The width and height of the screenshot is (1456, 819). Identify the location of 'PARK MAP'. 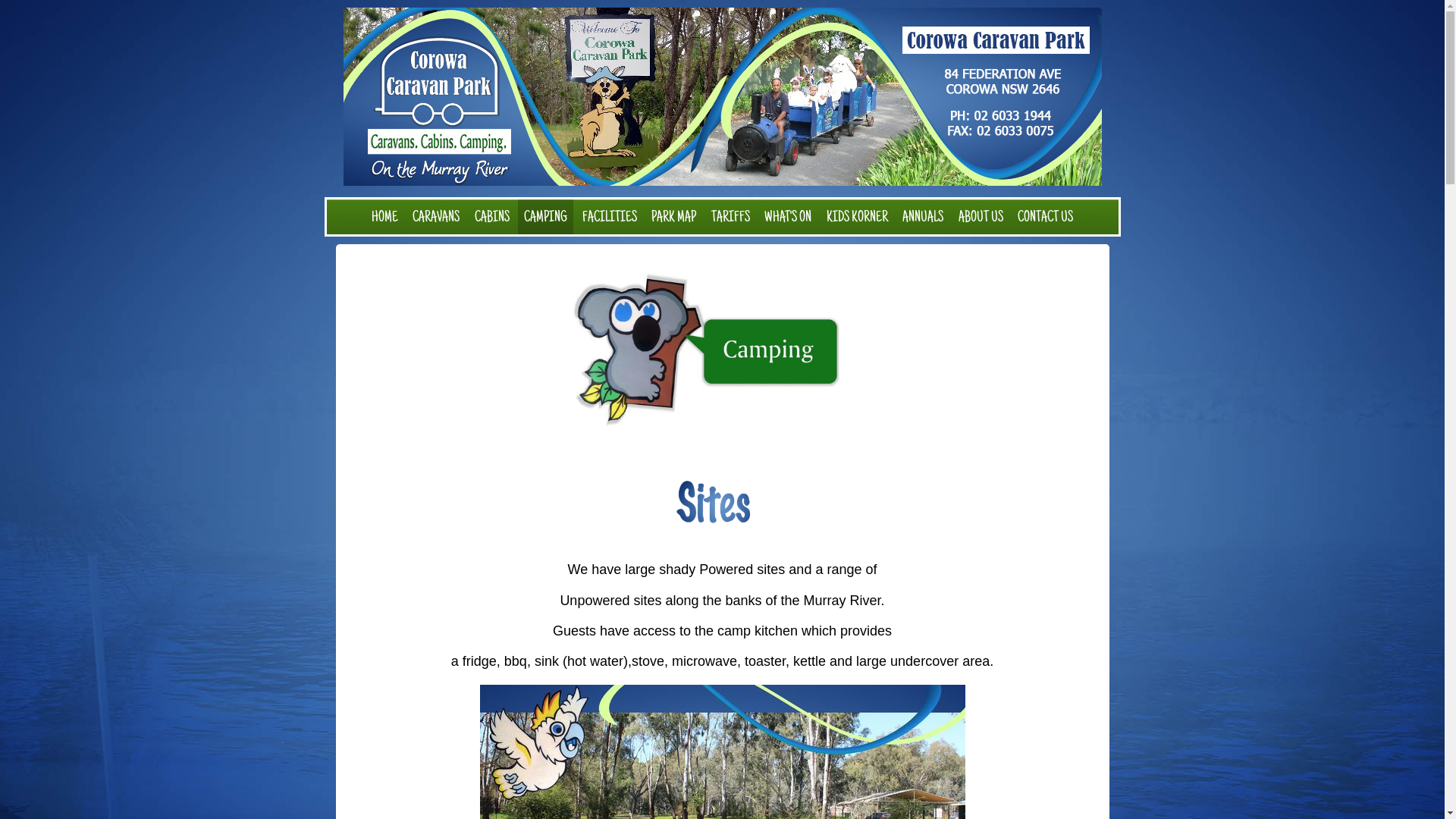
(645, 217).